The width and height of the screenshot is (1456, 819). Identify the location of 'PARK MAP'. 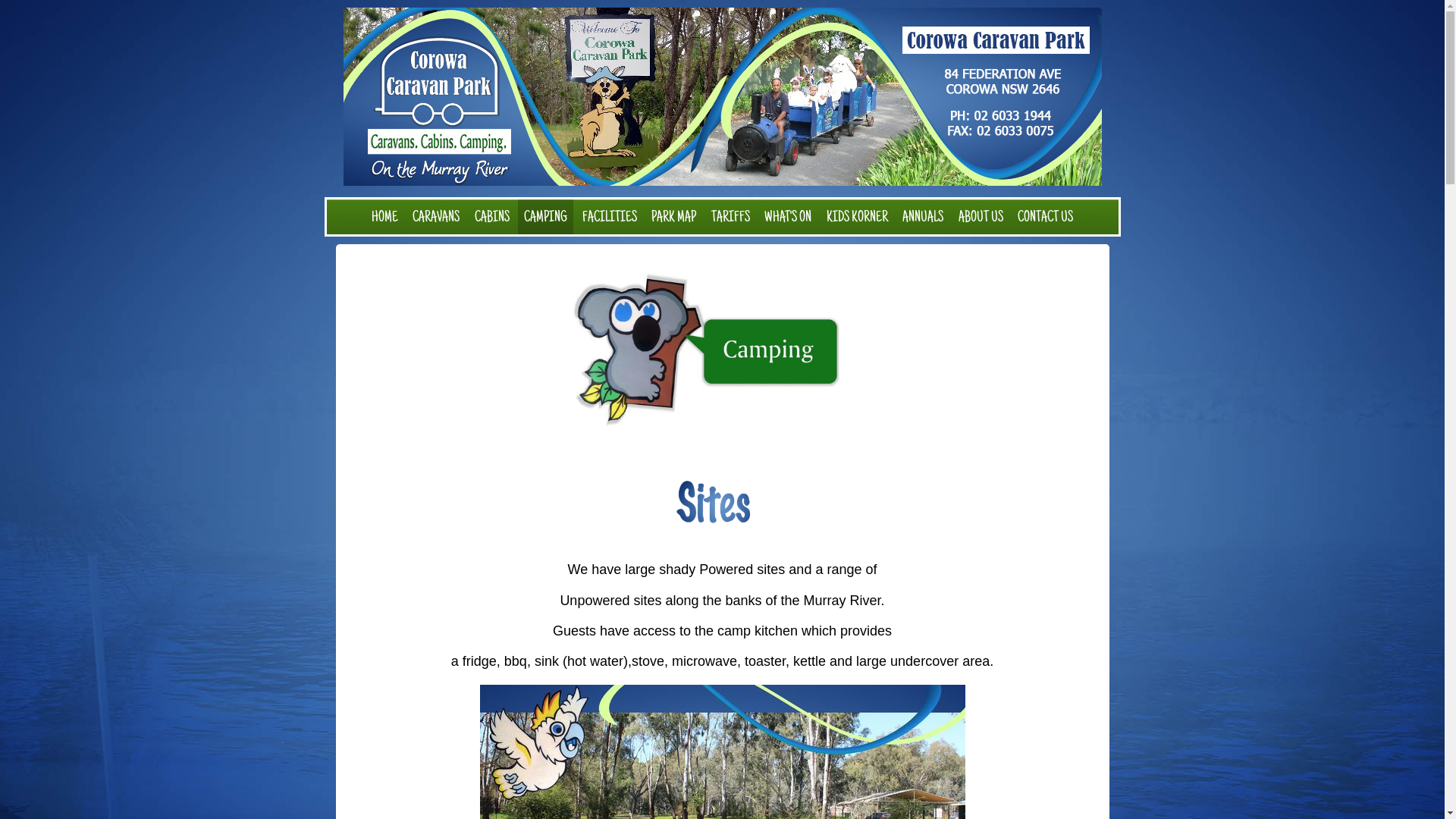
(645, 217).